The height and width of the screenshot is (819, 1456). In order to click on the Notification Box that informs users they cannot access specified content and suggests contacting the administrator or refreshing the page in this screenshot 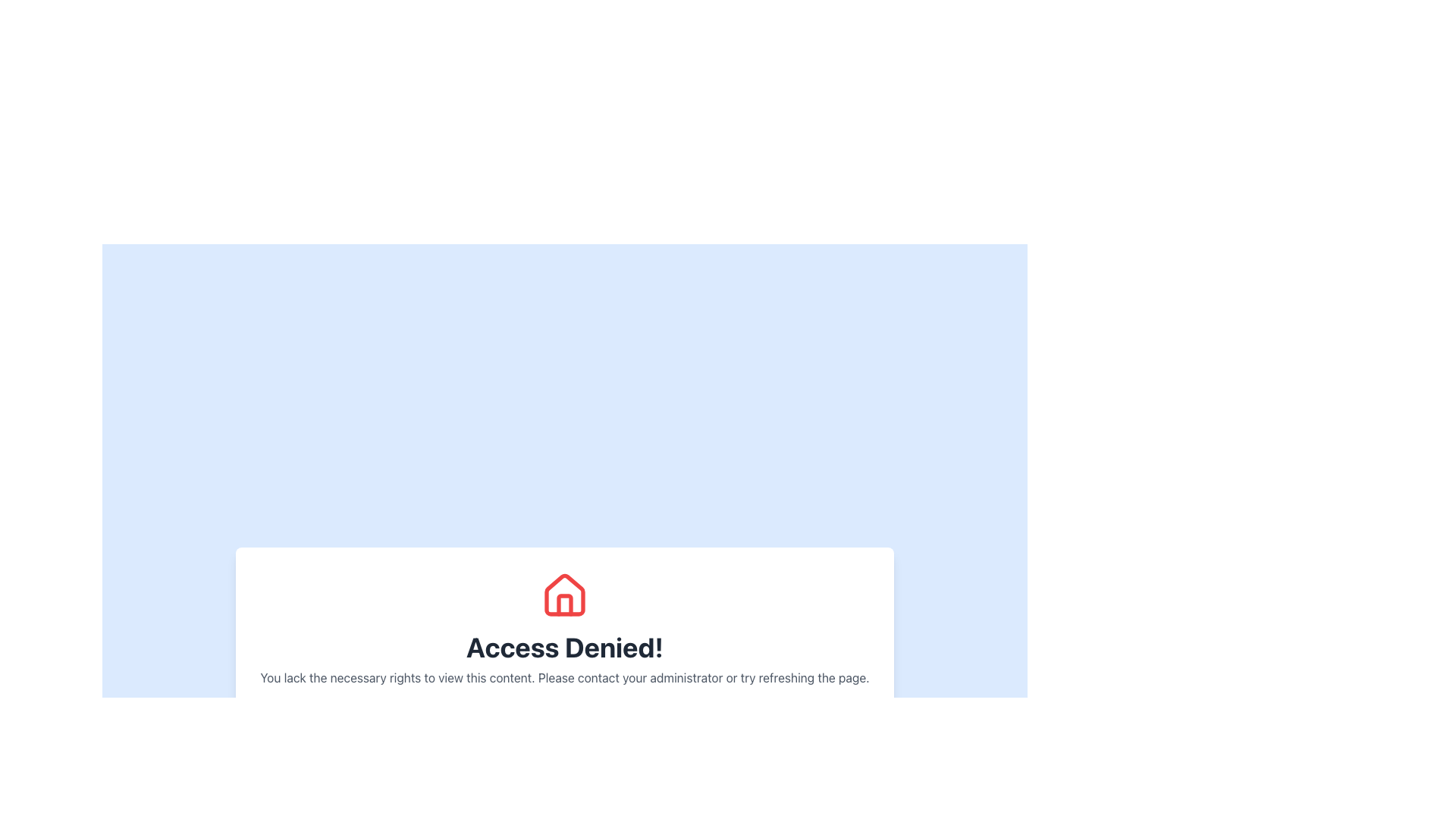, I will do `click(563, 652)`.